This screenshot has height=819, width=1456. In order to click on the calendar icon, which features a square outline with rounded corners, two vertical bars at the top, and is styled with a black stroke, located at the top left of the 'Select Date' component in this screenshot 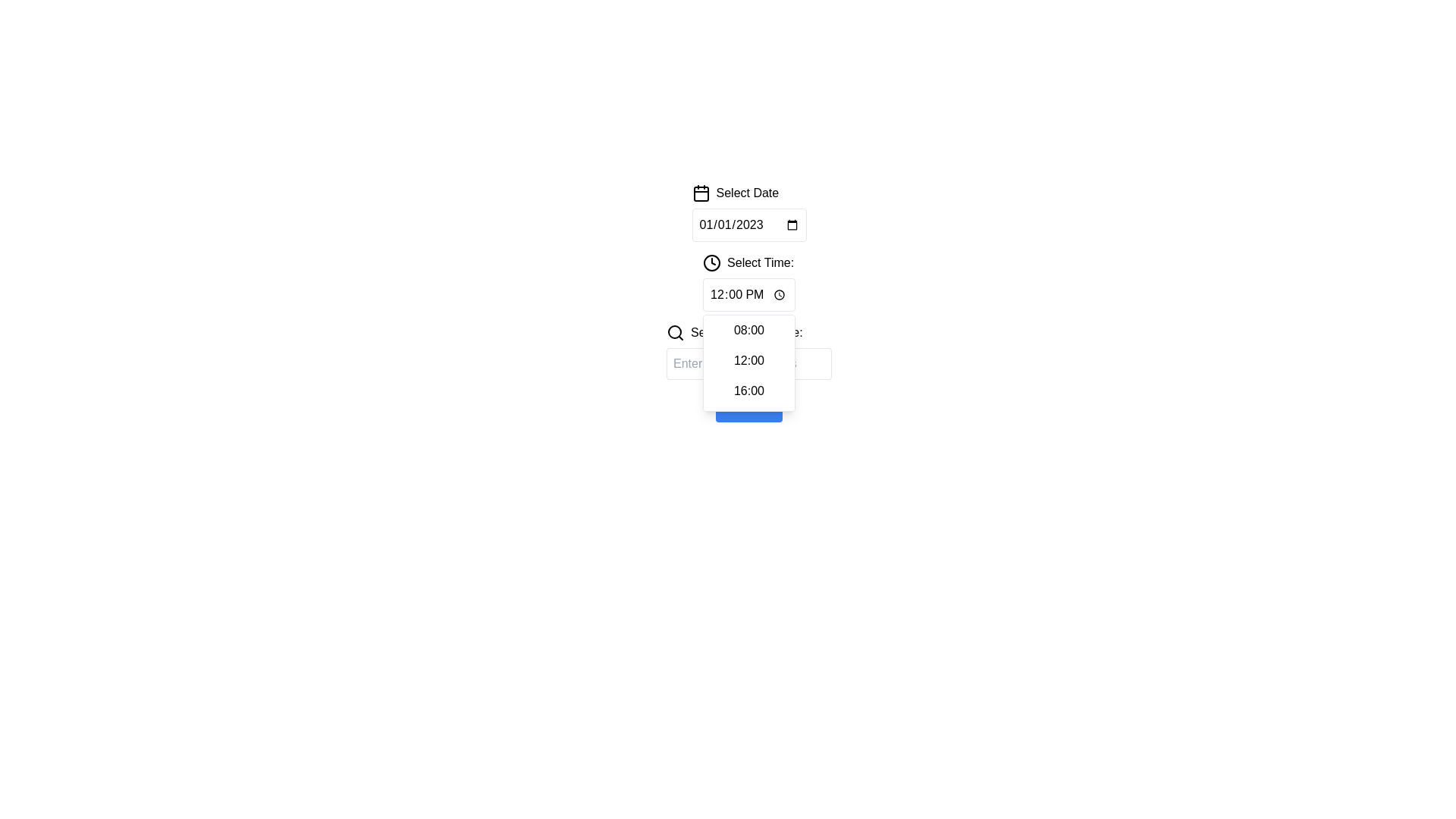, I will do `click(700, 193)`.